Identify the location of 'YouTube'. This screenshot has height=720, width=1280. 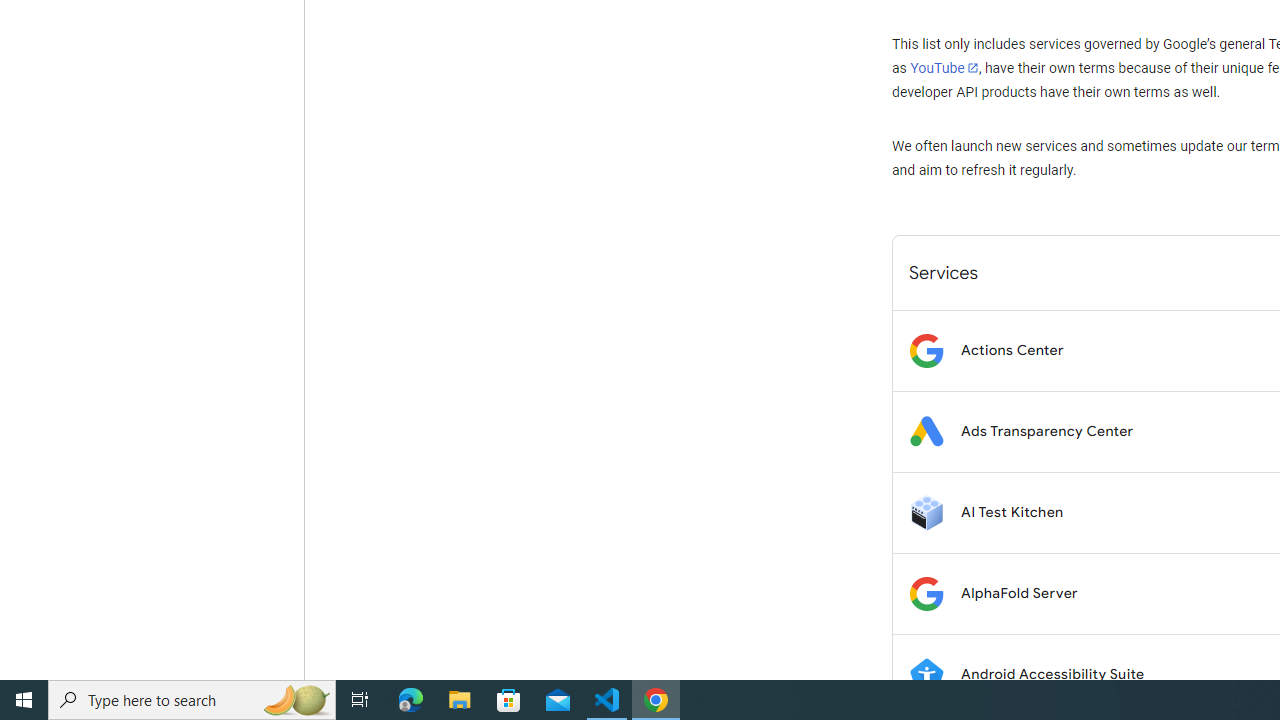
(943, 67).